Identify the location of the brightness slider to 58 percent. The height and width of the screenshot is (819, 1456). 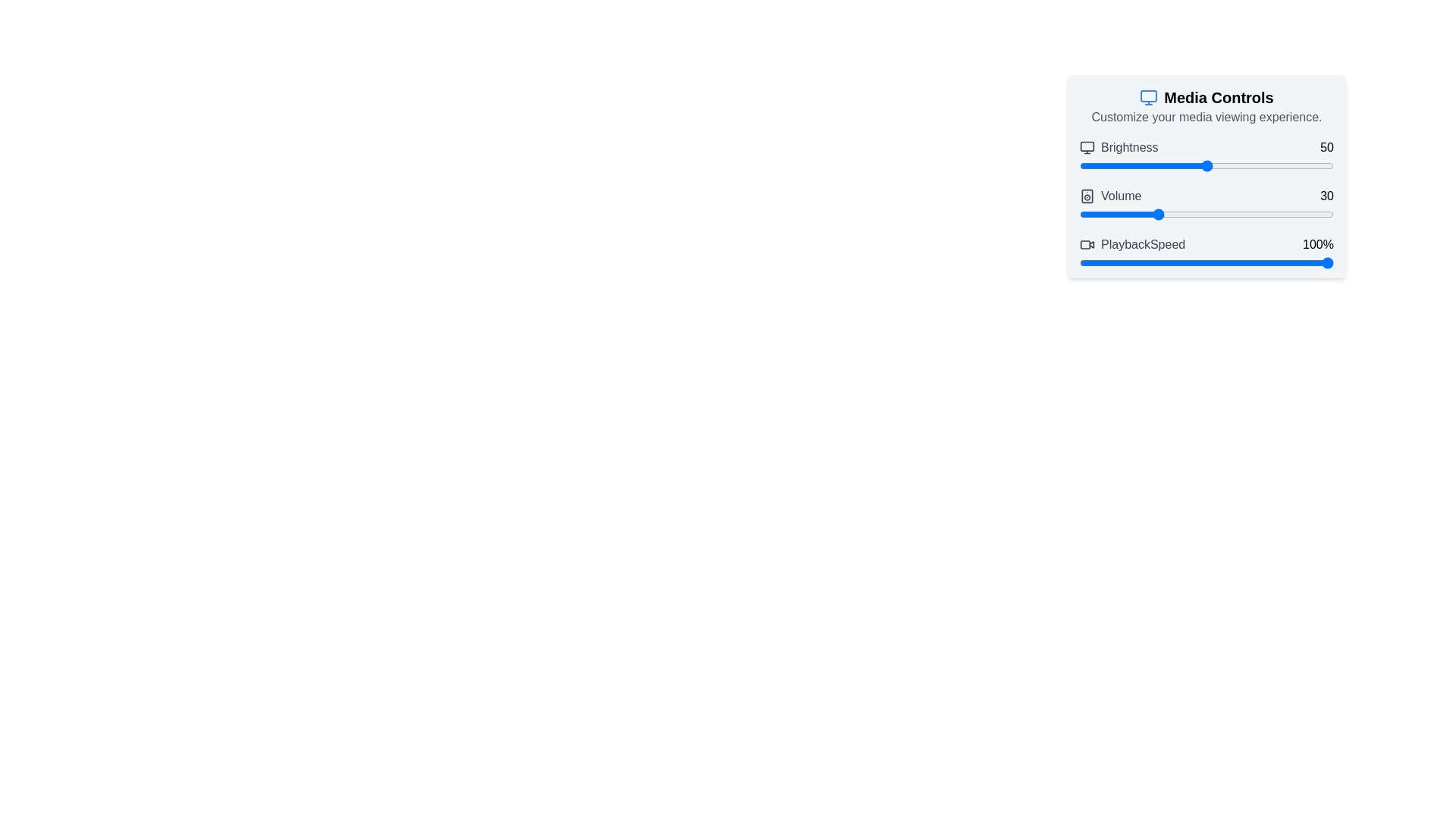
(1227, 166).